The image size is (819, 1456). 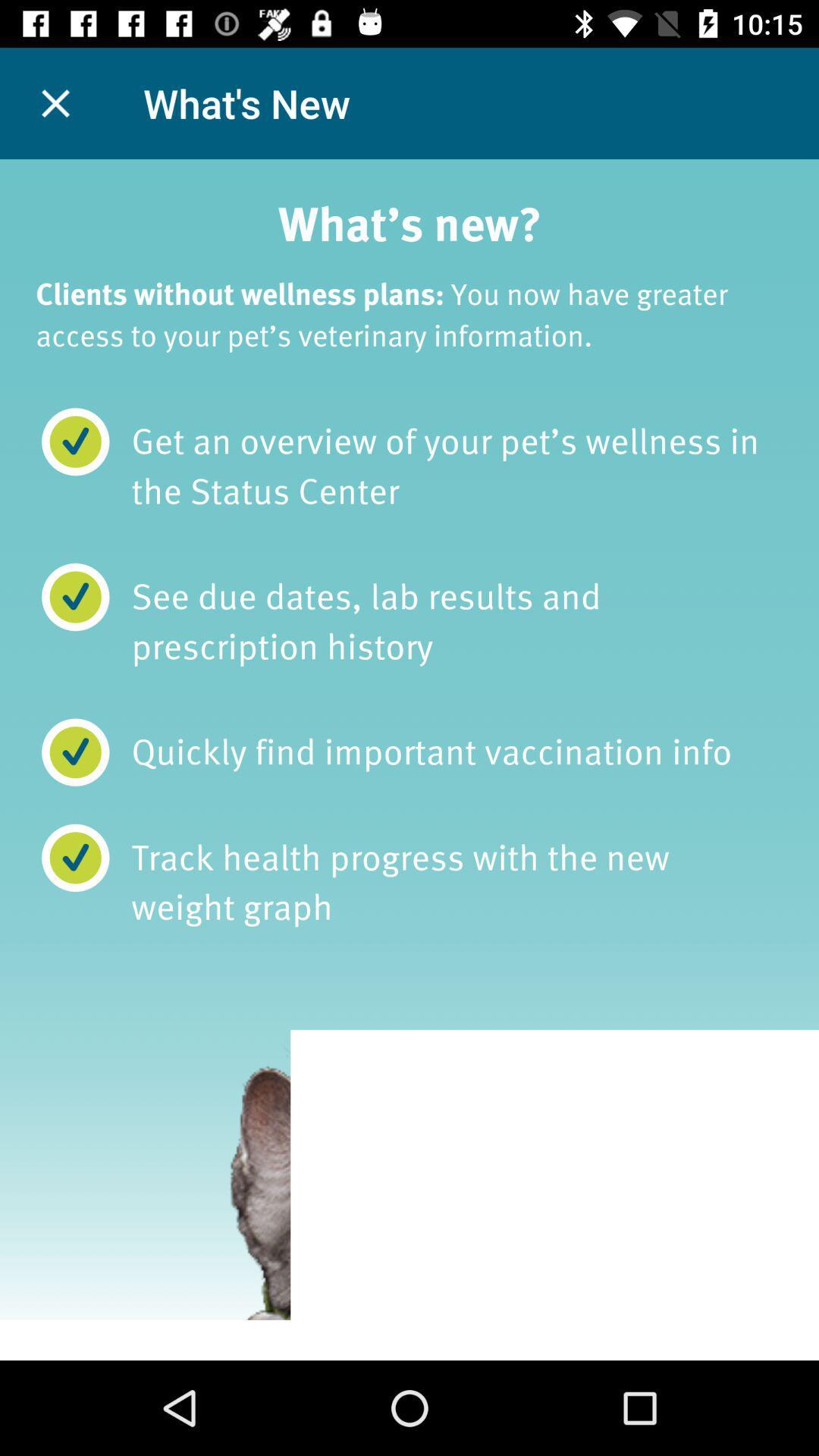 What do you see at coordinates (409, 760) in the screenshot?
I see `instruction` at bounding box center [409, 760].